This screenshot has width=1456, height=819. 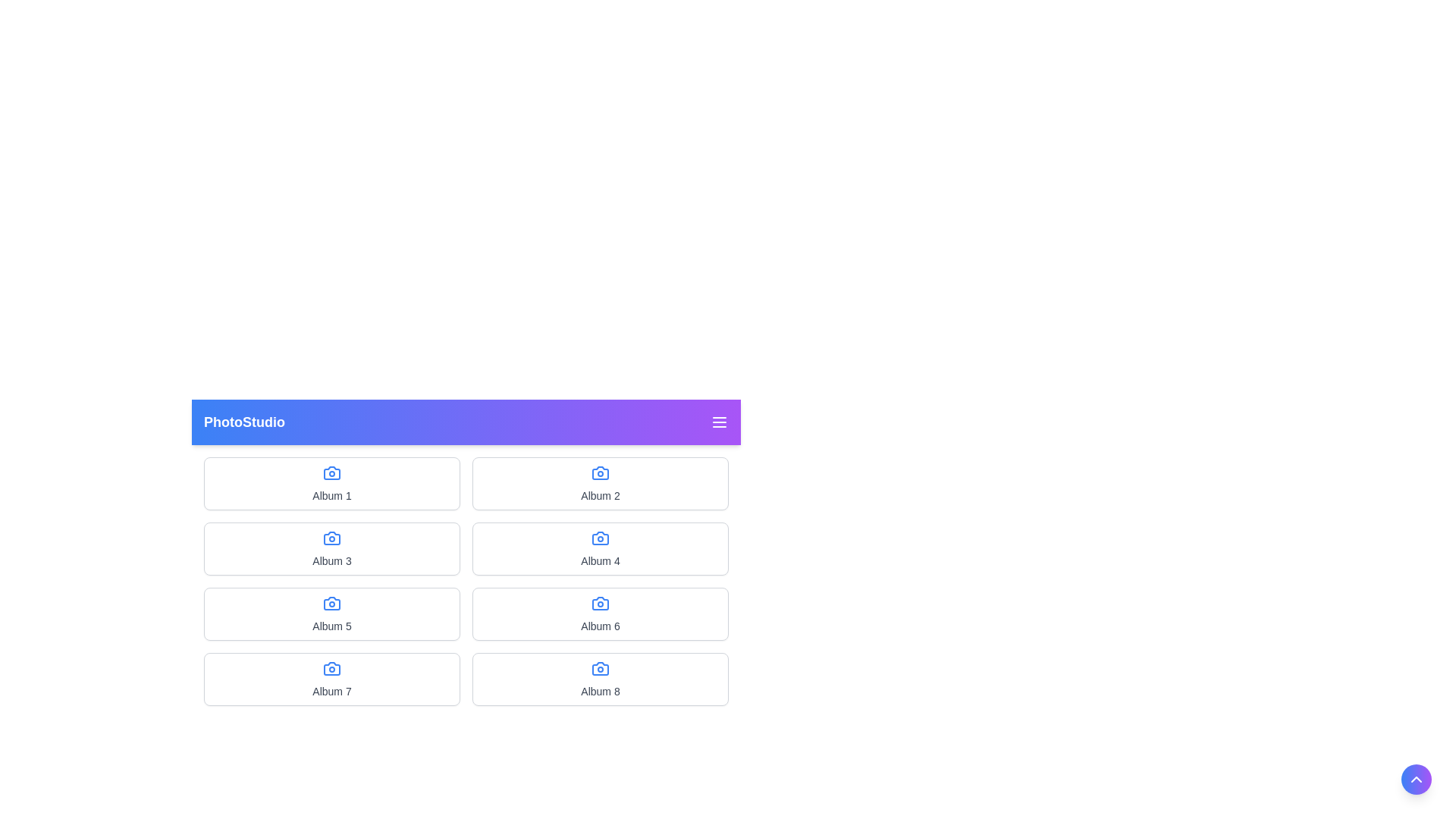 I want to click on the rectangular card labeled 'Album 3' that contains a blue camera icon and a gray text label, positioned in the second row and first column of the grid layout, so click(x=331, y=549).